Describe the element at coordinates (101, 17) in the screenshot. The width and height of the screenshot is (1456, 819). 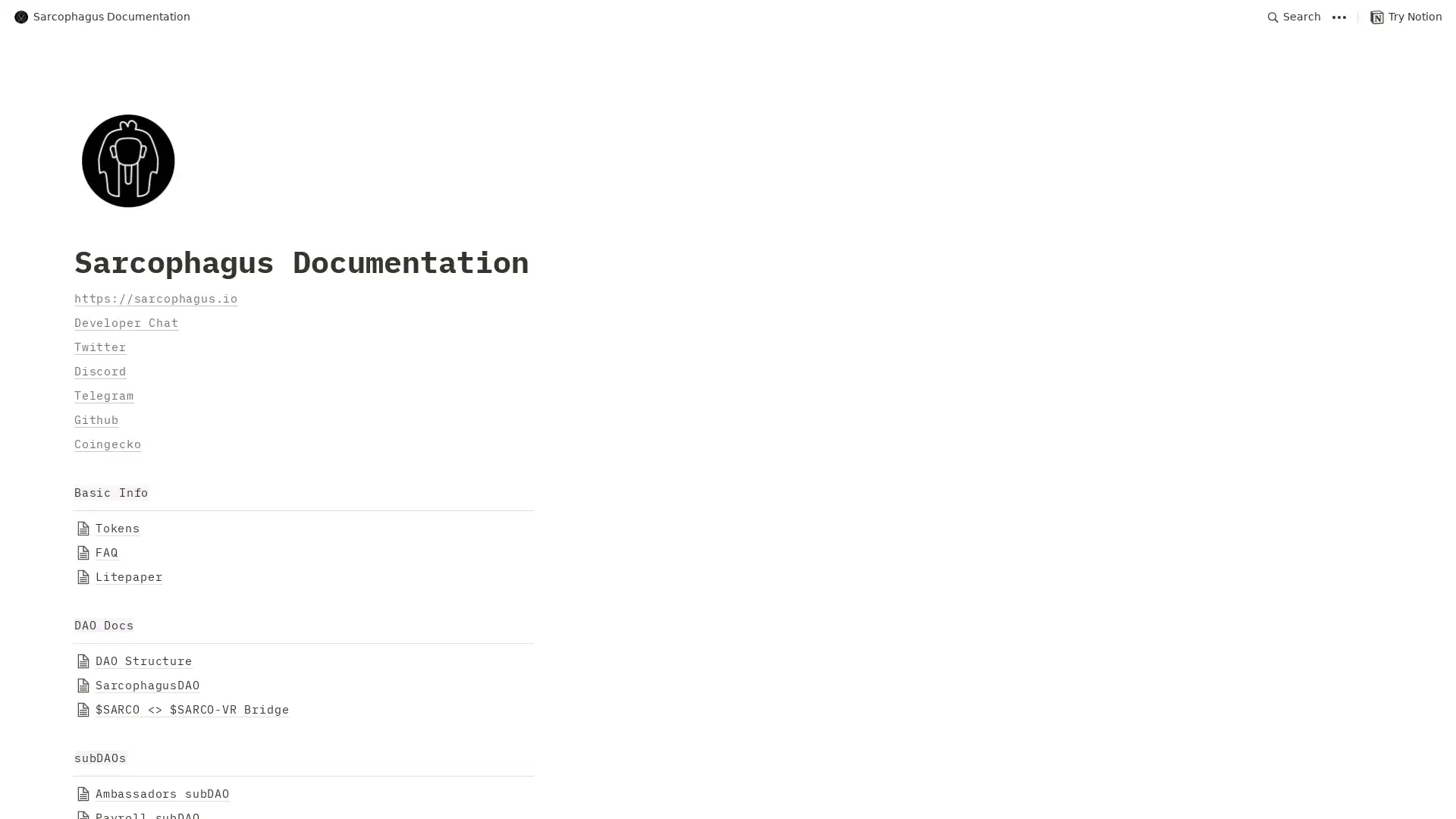
I see `Sarcophagus Documentation` at that location.